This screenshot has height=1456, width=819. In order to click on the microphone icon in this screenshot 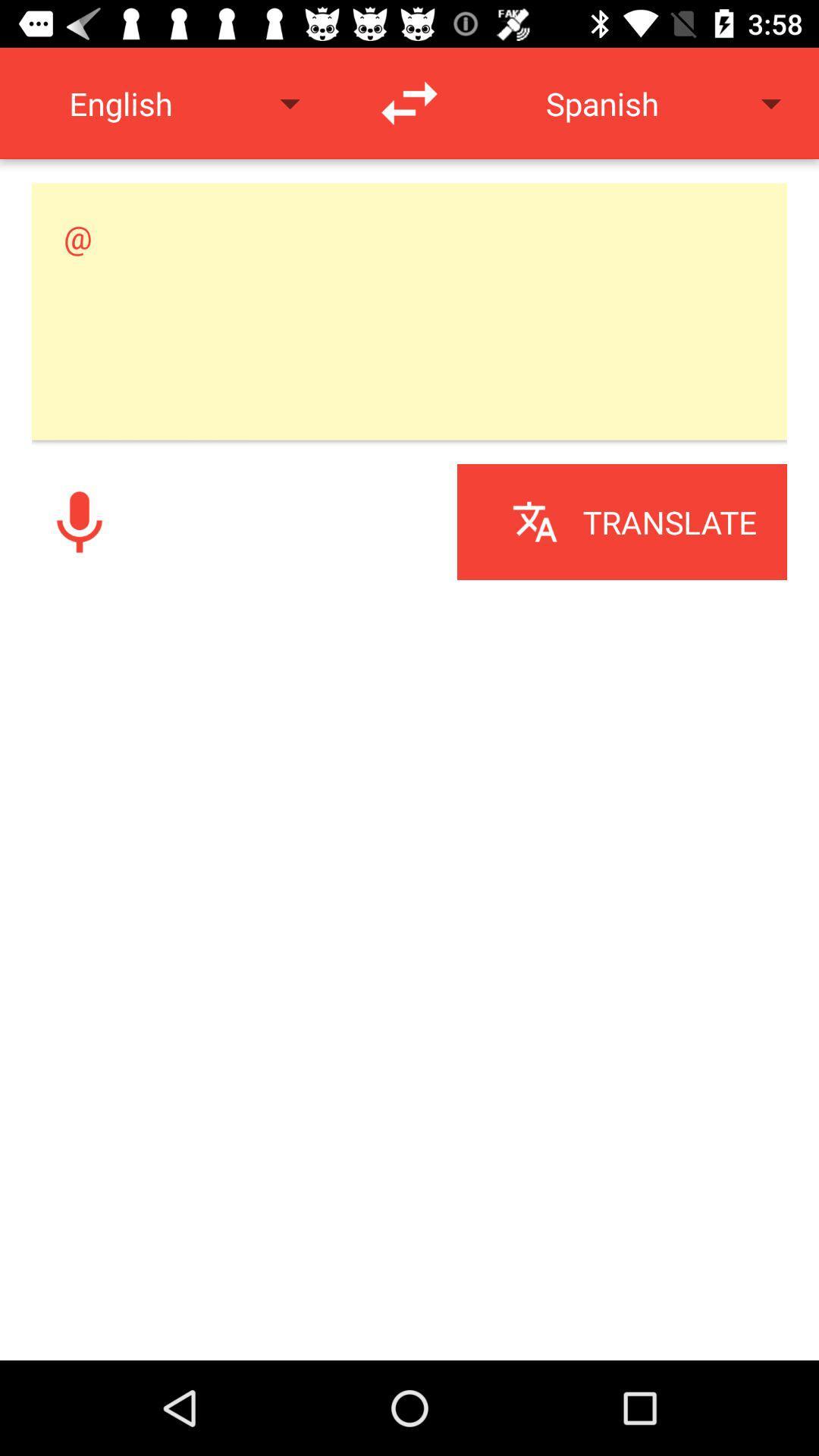, I will do `click(79, 522)`.